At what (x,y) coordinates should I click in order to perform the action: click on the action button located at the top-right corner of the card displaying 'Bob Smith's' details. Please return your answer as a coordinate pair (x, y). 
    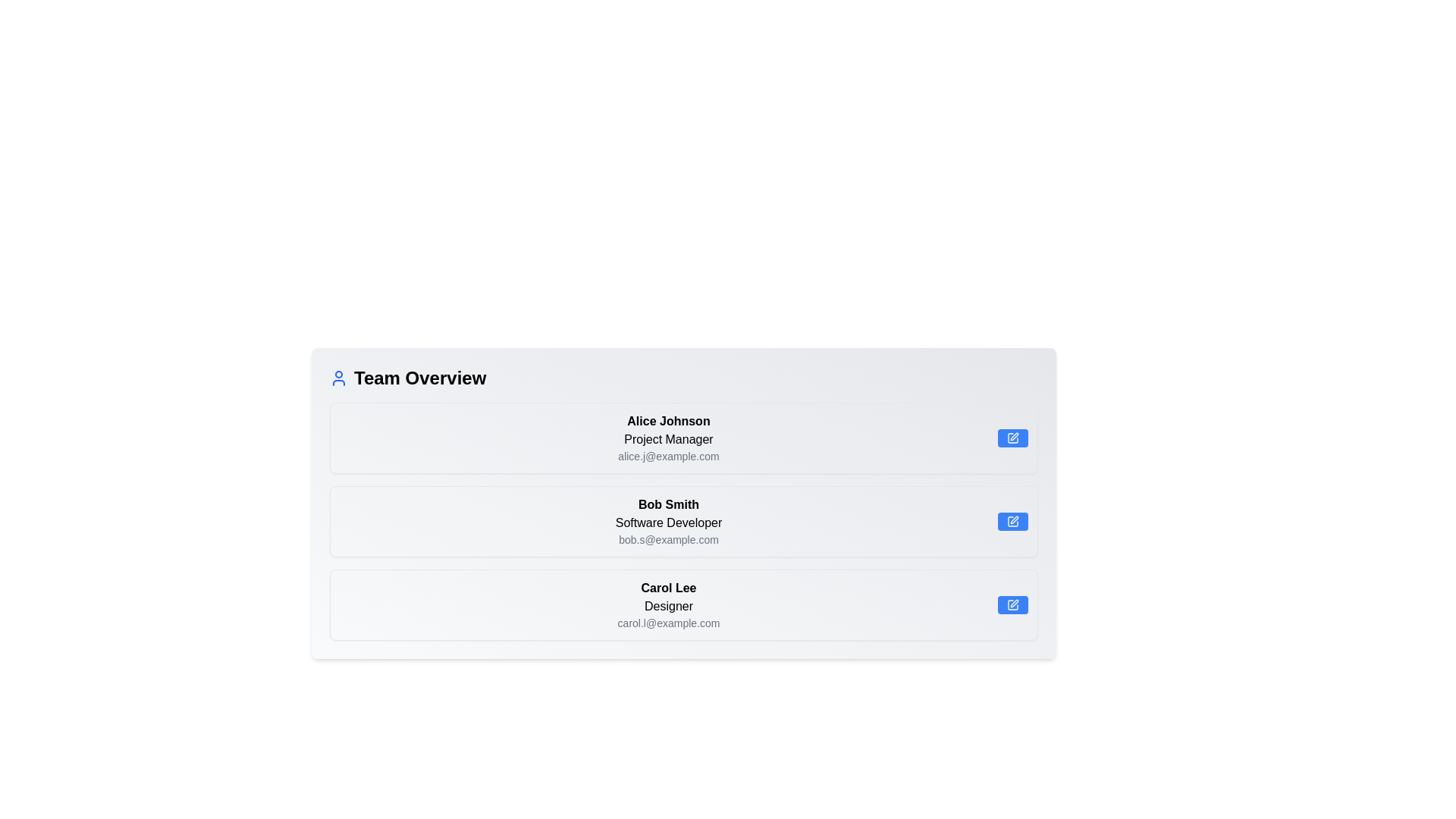
    Looking at the image, I should click on (1012, 520).